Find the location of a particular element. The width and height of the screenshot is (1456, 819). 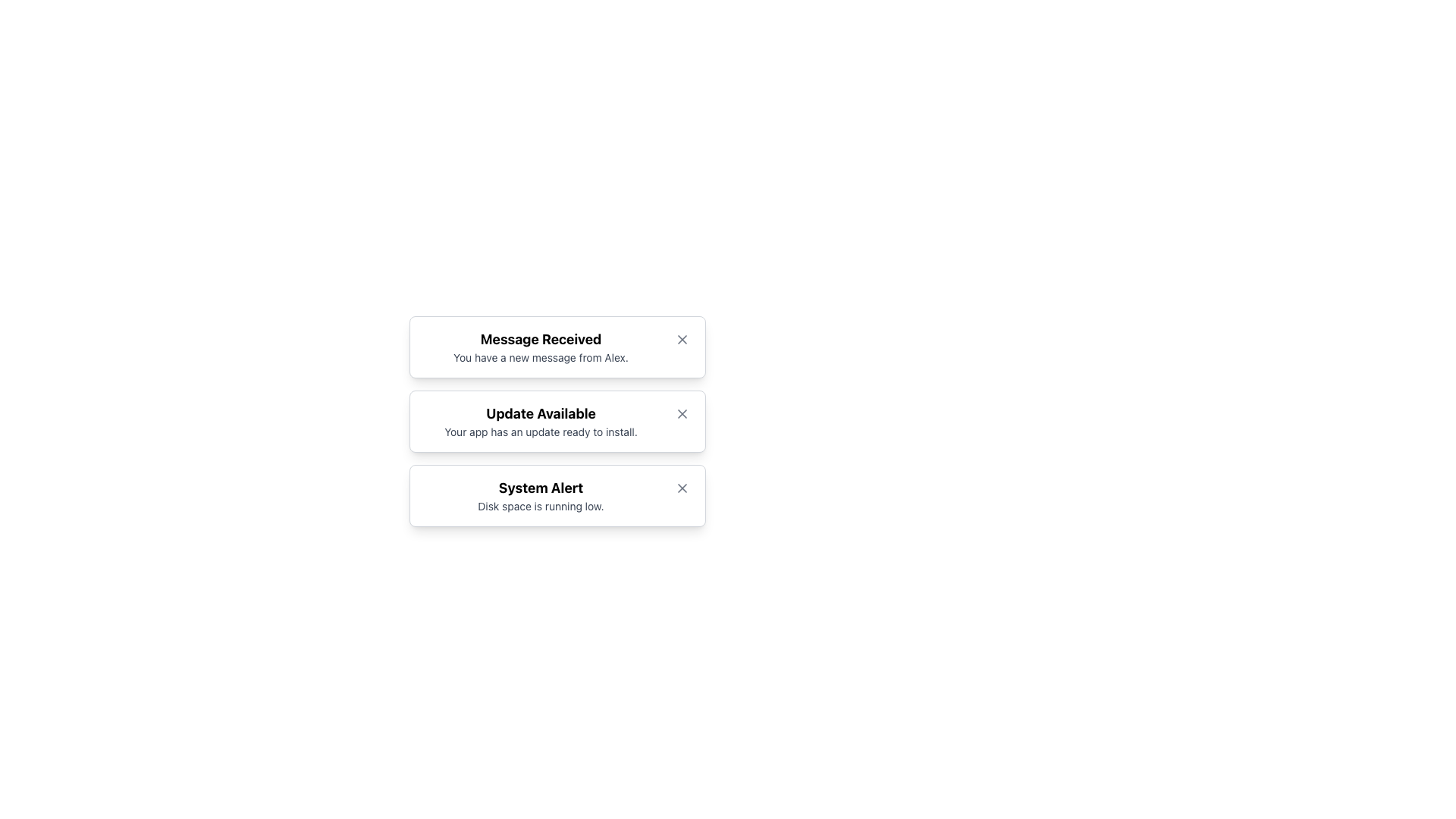

static text element that displays 'Disk space is running low.' positioned beneath the bold 'System Alert' text in the notification box is located at coordinates (541, 506).